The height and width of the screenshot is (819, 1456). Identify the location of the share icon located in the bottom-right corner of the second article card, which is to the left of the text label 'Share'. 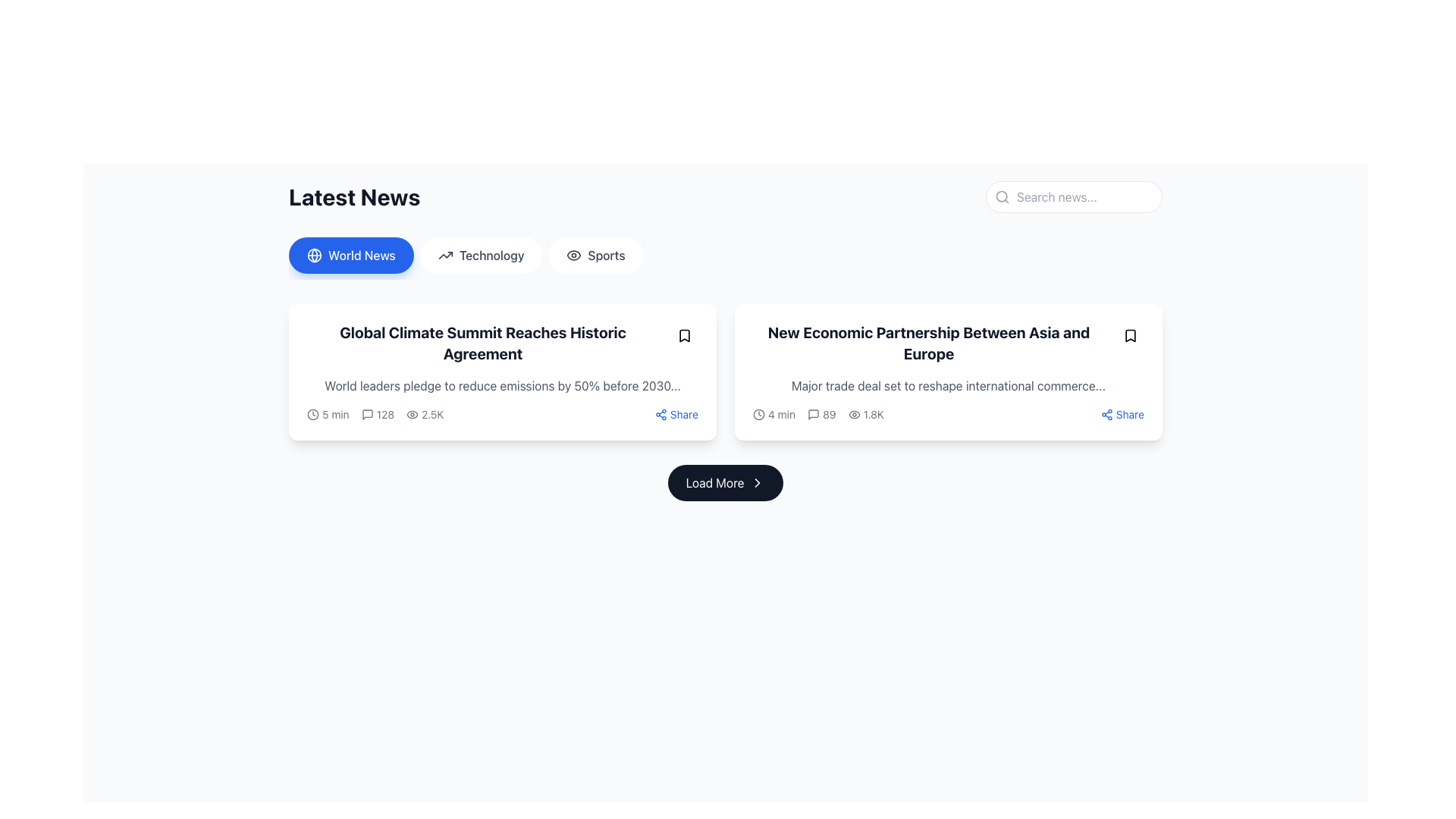
(1106, 415).